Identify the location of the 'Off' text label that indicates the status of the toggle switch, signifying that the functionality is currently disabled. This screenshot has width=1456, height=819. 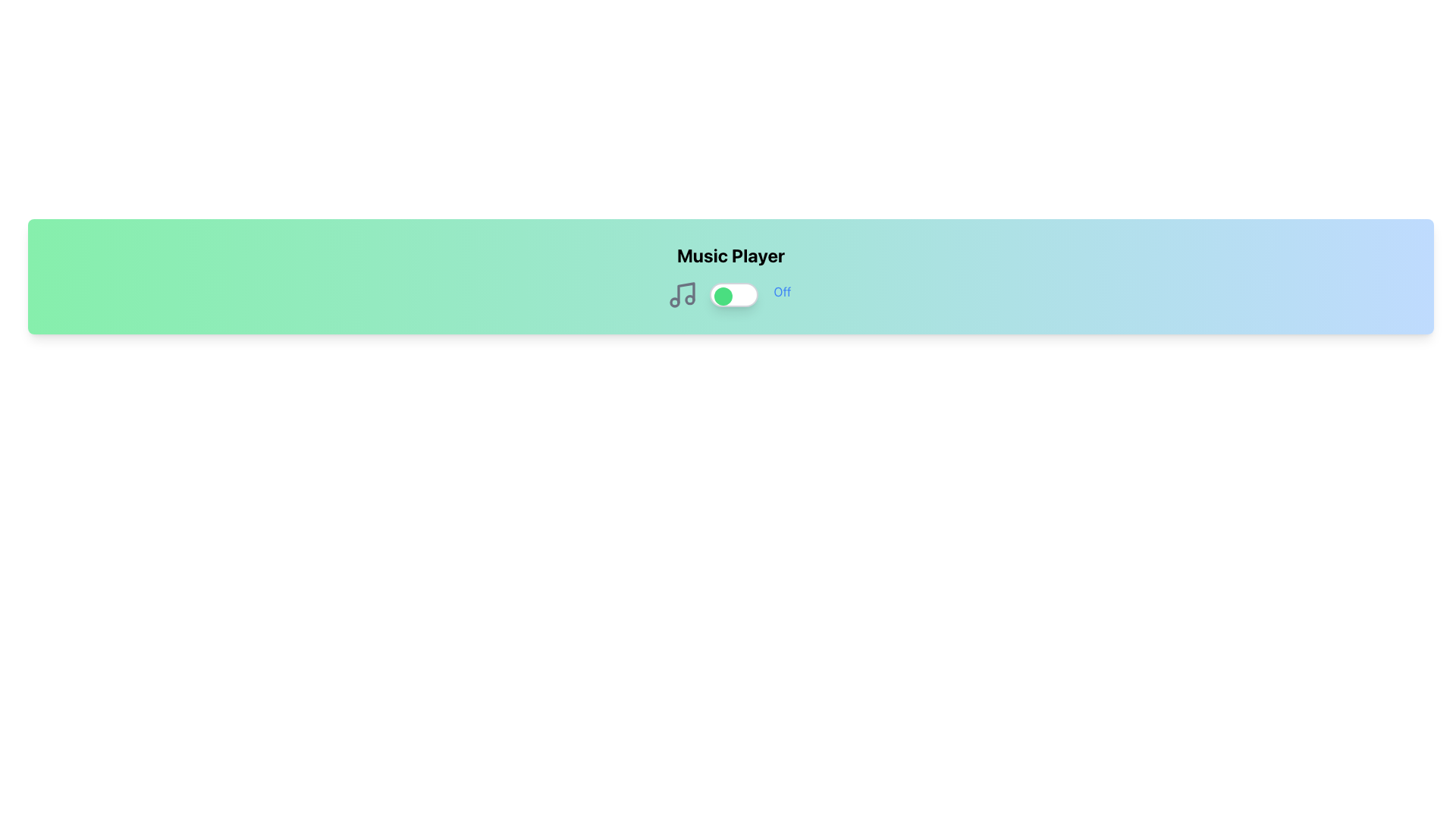
(783, 295).